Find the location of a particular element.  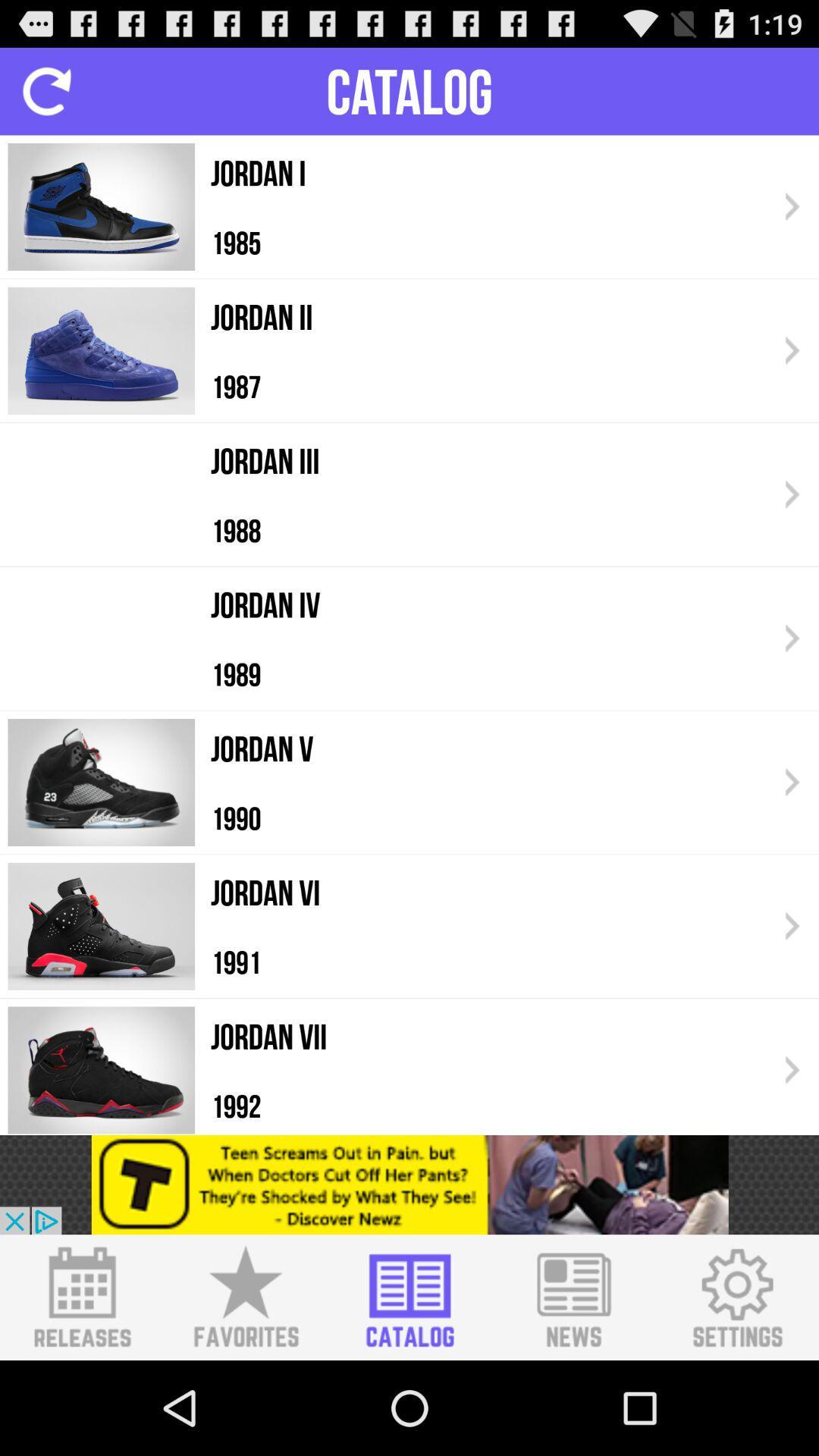

refresh catalog is located at coordinates (45, 90).